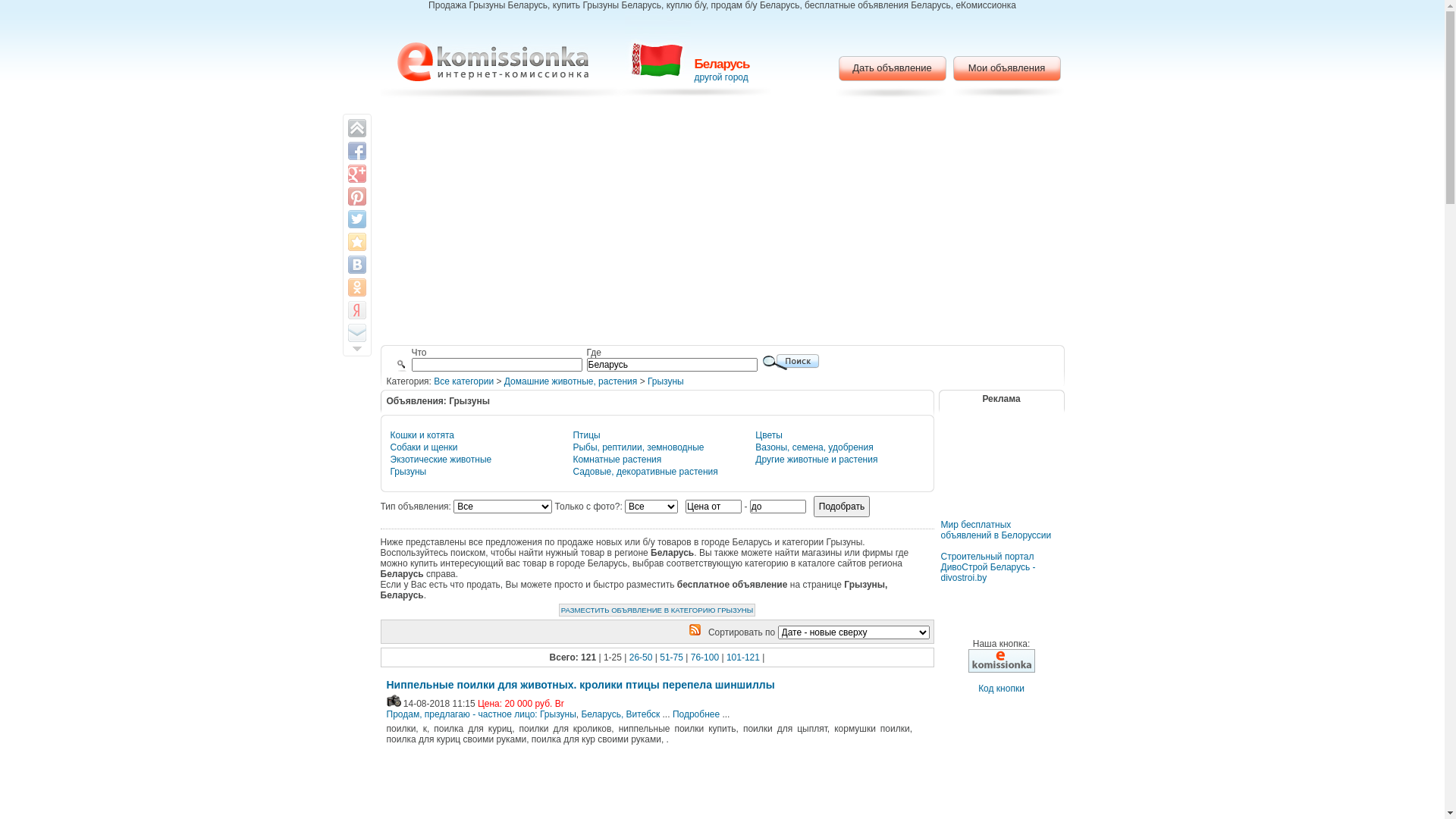 The image size is (1456, 819). I want to click on 'Save to Browser Favorites', so click(356, 241).